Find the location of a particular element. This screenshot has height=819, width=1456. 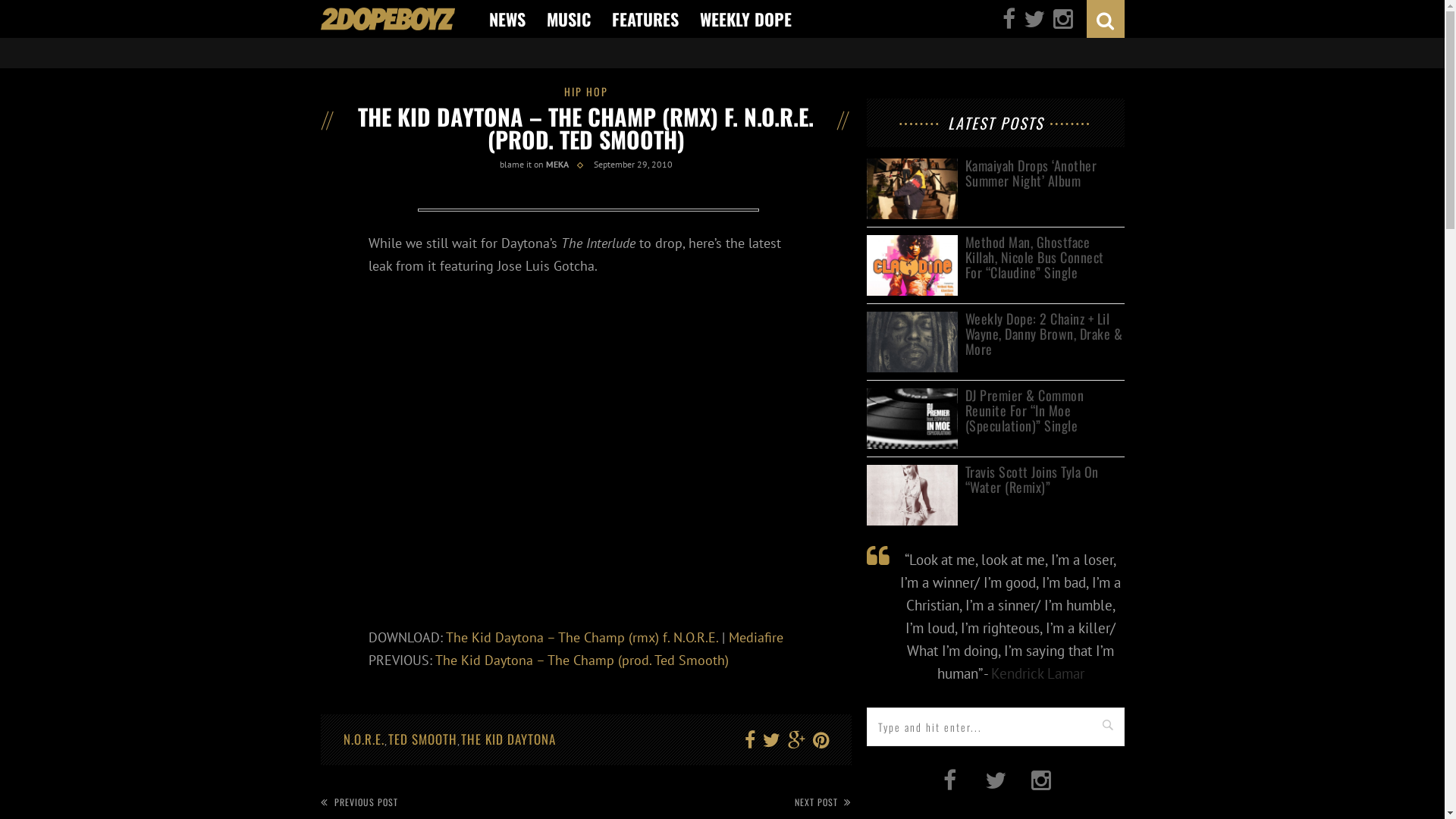

'Mediafire' is located at coordinates (755, 637).